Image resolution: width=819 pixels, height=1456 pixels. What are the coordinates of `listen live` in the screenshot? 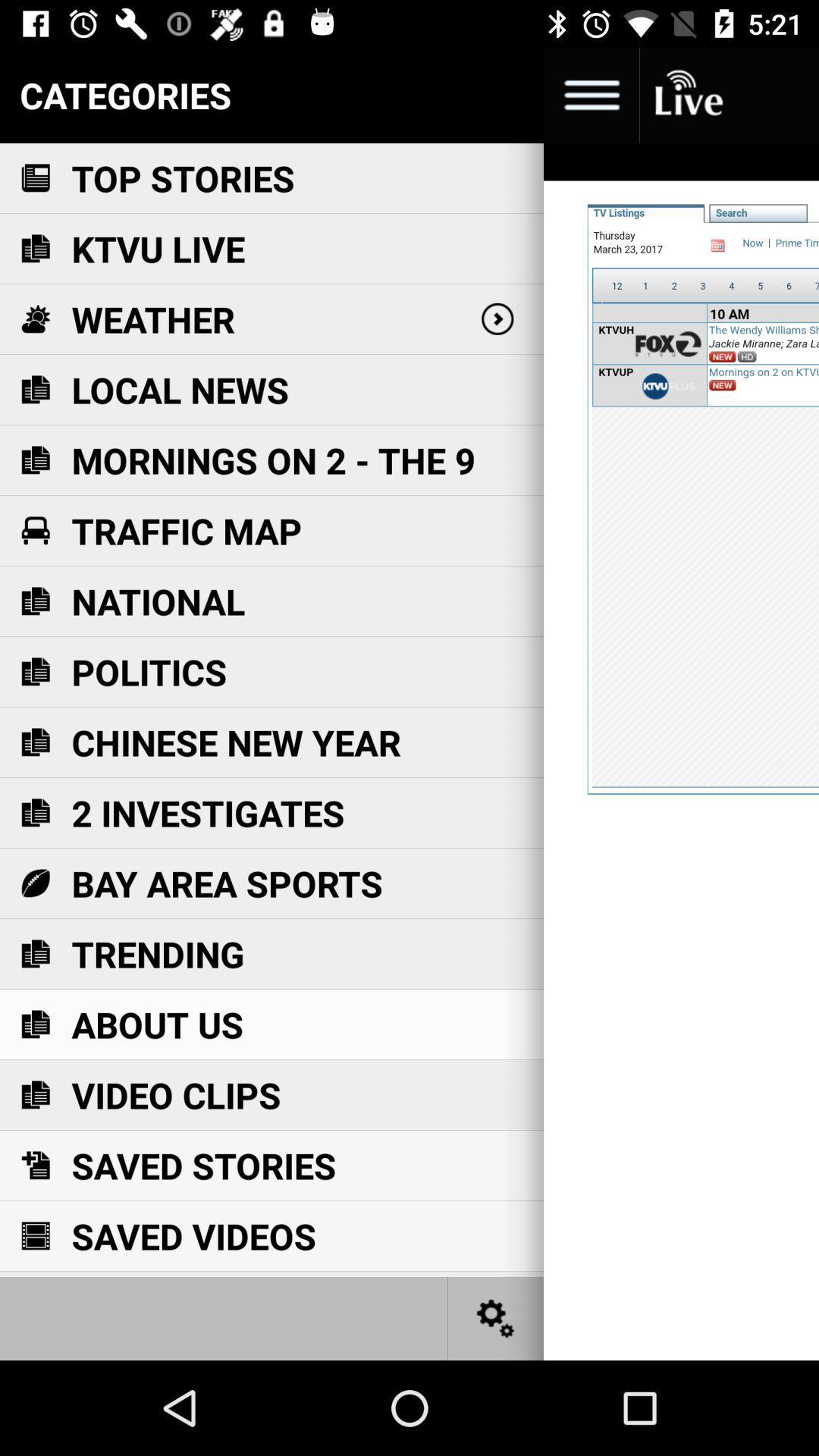 It's located at (687, 94).